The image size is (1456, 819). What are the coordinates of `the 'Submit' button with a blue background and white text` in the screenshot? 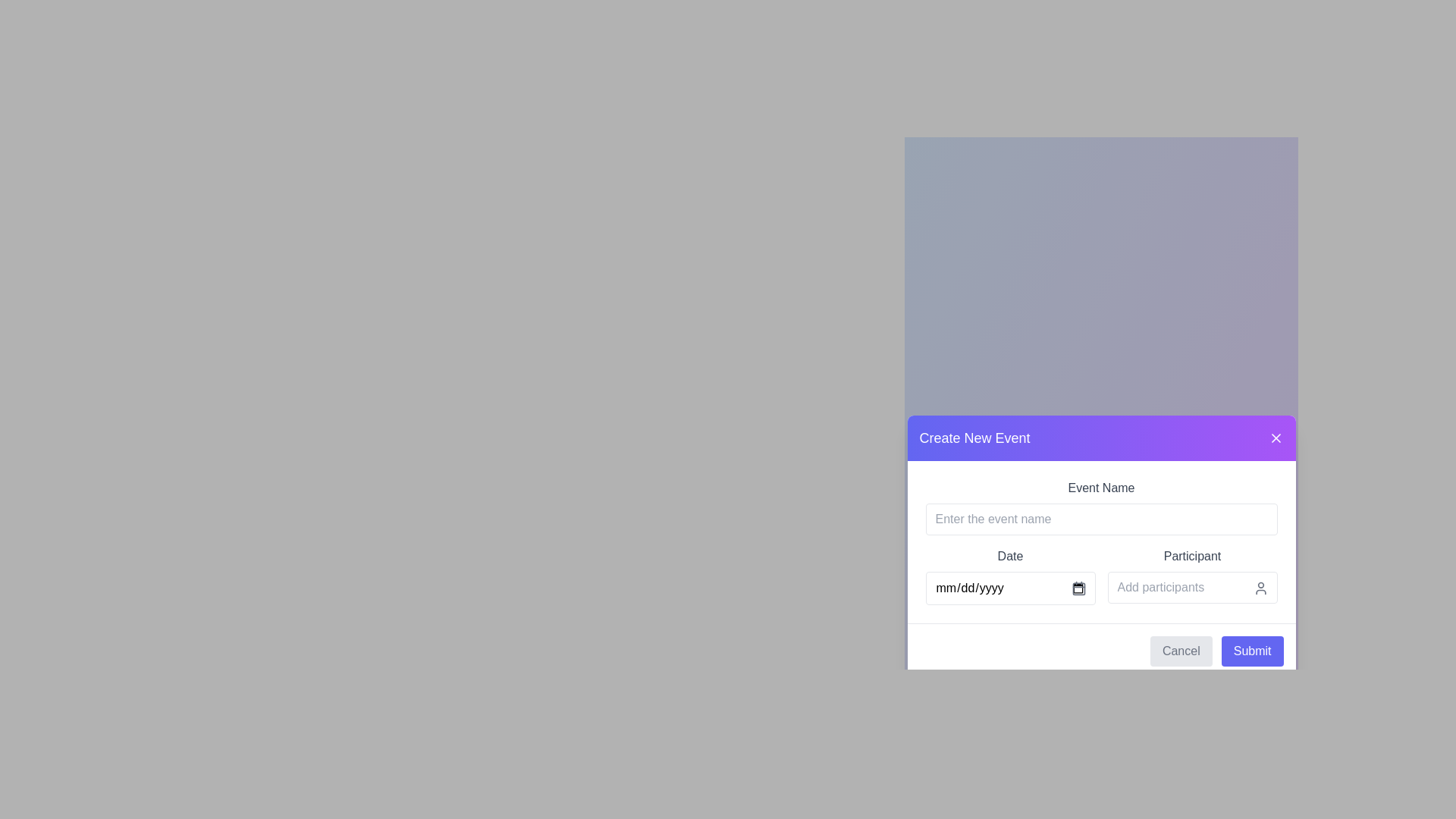 It's located at (1252, 650).